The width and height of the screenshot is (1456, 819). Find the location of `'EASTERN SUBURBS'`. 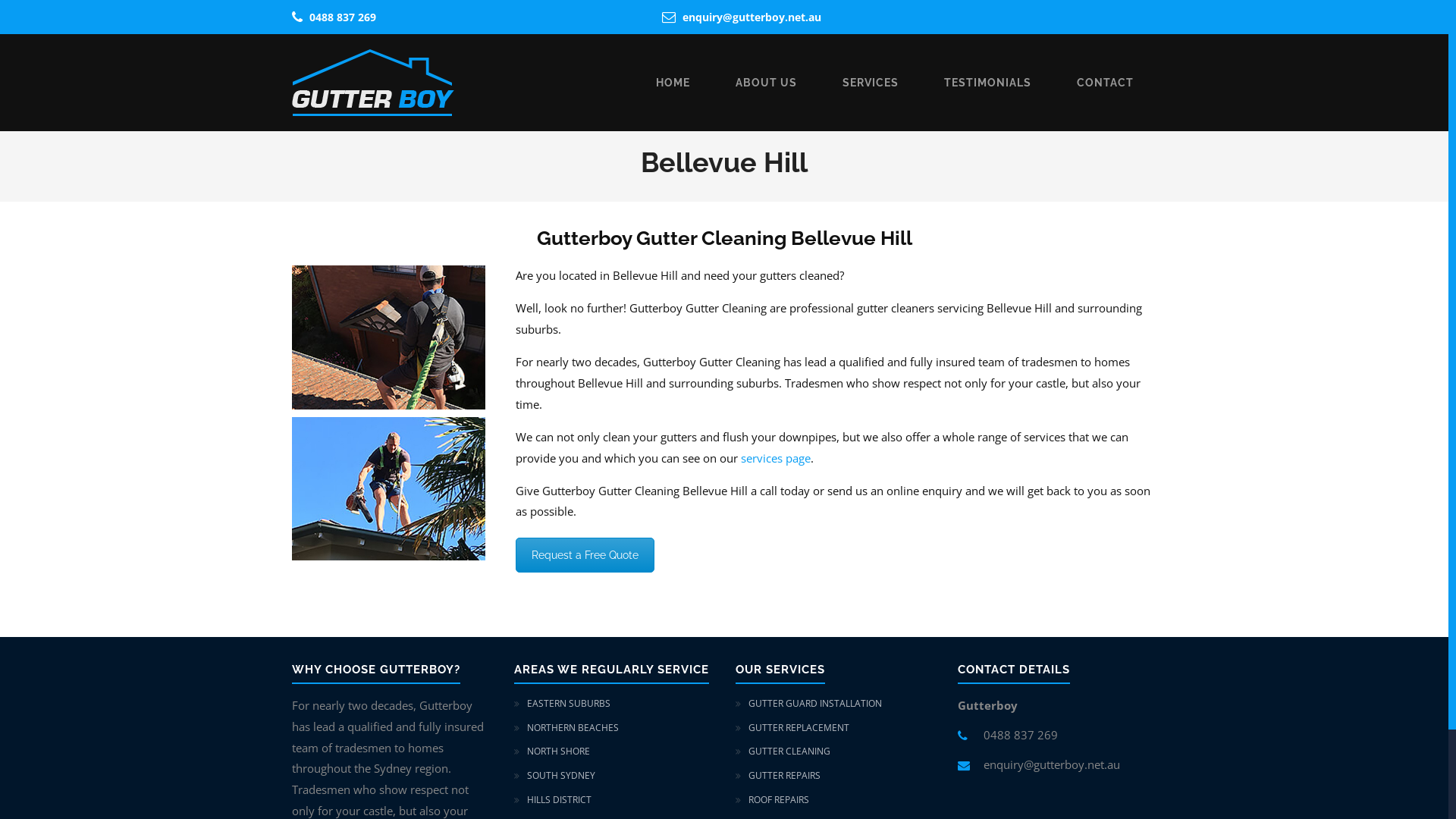

'EASTERN SUBURBS' is located at coordinates (566, 703).